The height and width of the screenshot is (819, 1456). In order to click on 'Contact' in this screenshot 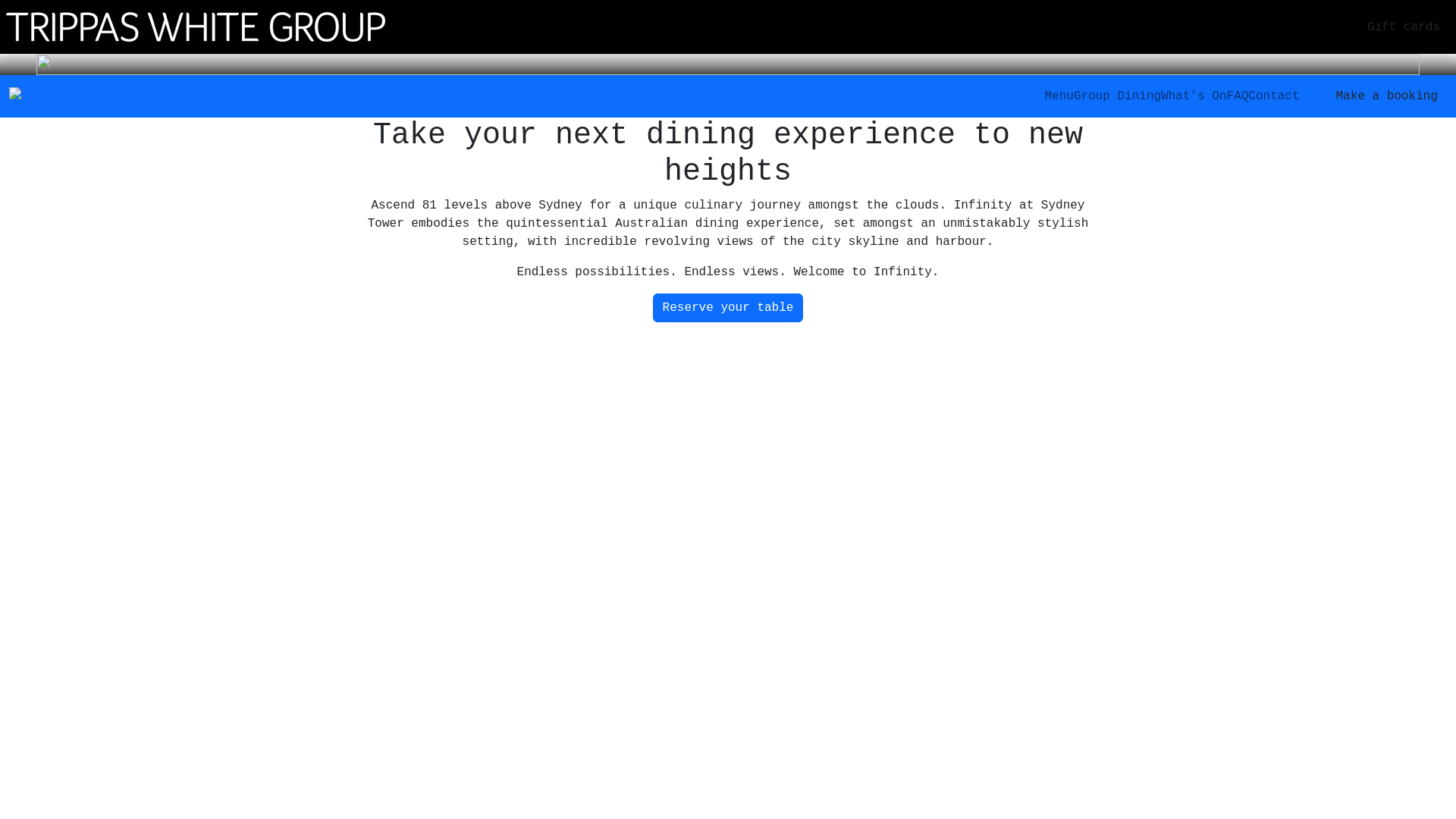, I will do `click(1273, 96)`.